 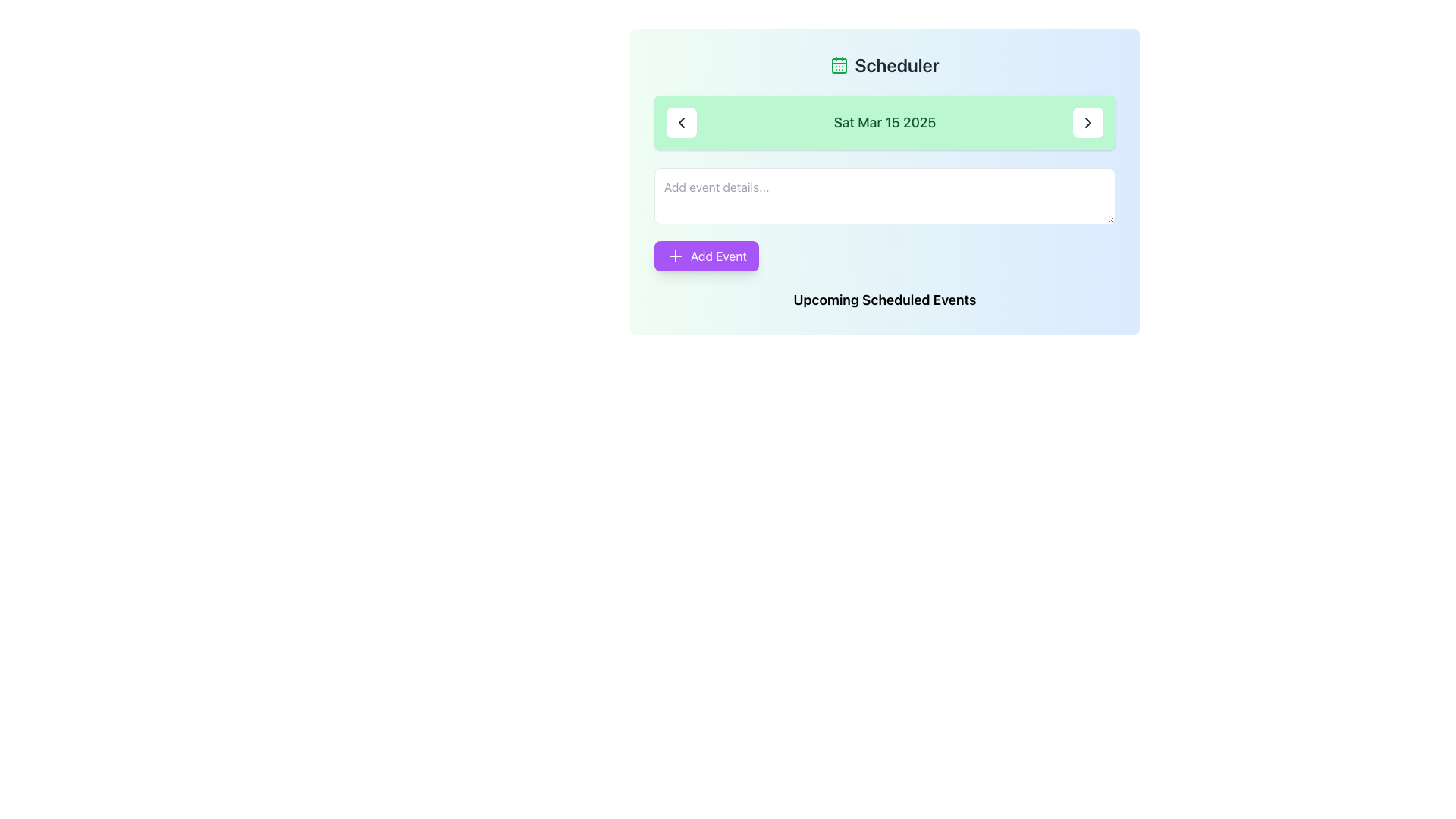 I want to click on the purple square icon with a white plus sign located to the left of the 'Add Event' text within the purple rectangular button, so click(x=675, y=256).